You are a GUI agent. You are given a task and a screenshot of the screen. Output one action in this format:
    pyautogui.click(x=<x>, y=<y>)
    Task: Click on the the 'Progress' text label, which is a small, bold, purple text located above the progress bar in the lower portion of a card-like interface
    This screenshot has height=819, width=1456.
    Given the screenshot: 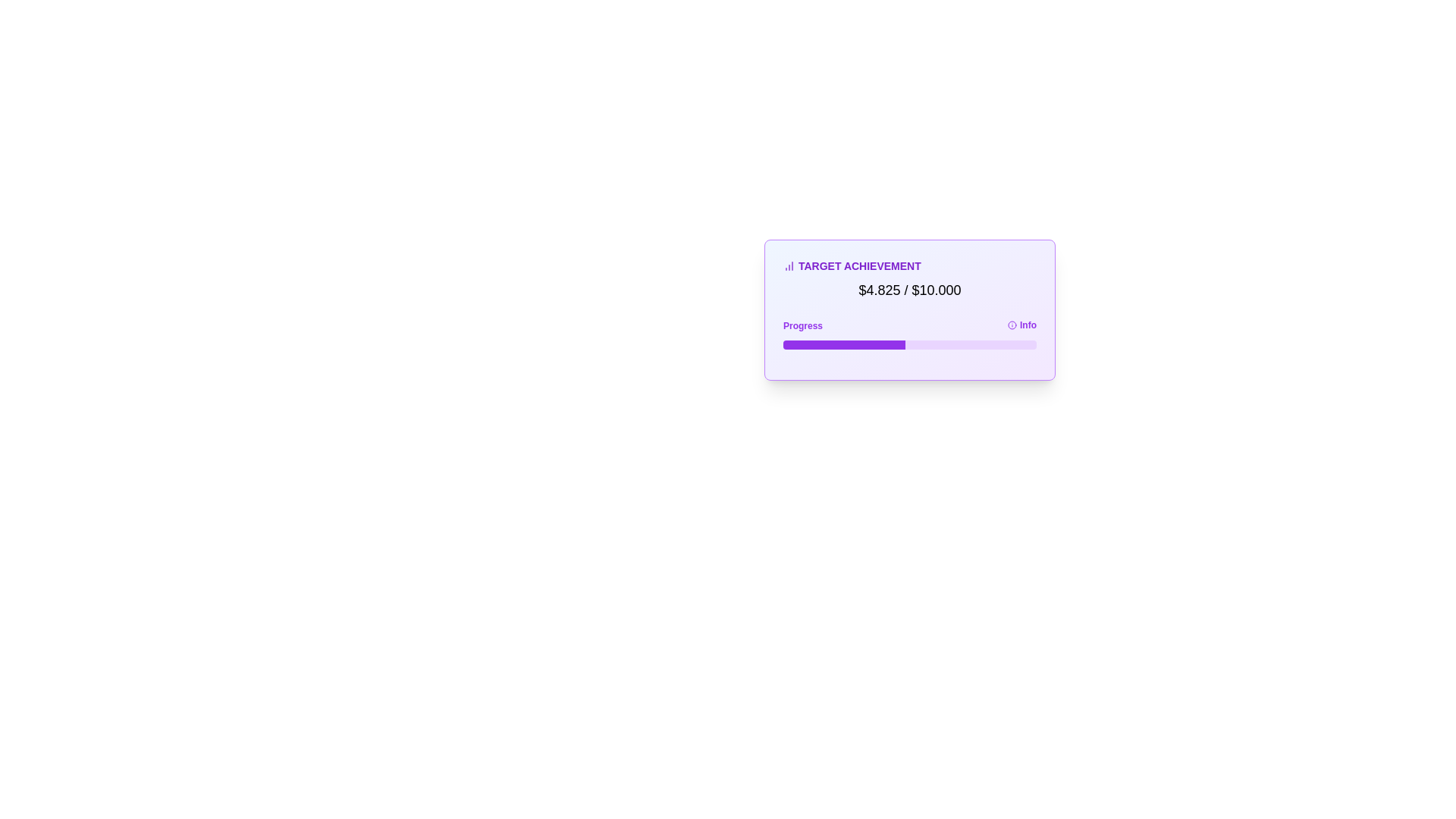 What is the action you would take?
    pyautogui.click(x=802, y=325)
    